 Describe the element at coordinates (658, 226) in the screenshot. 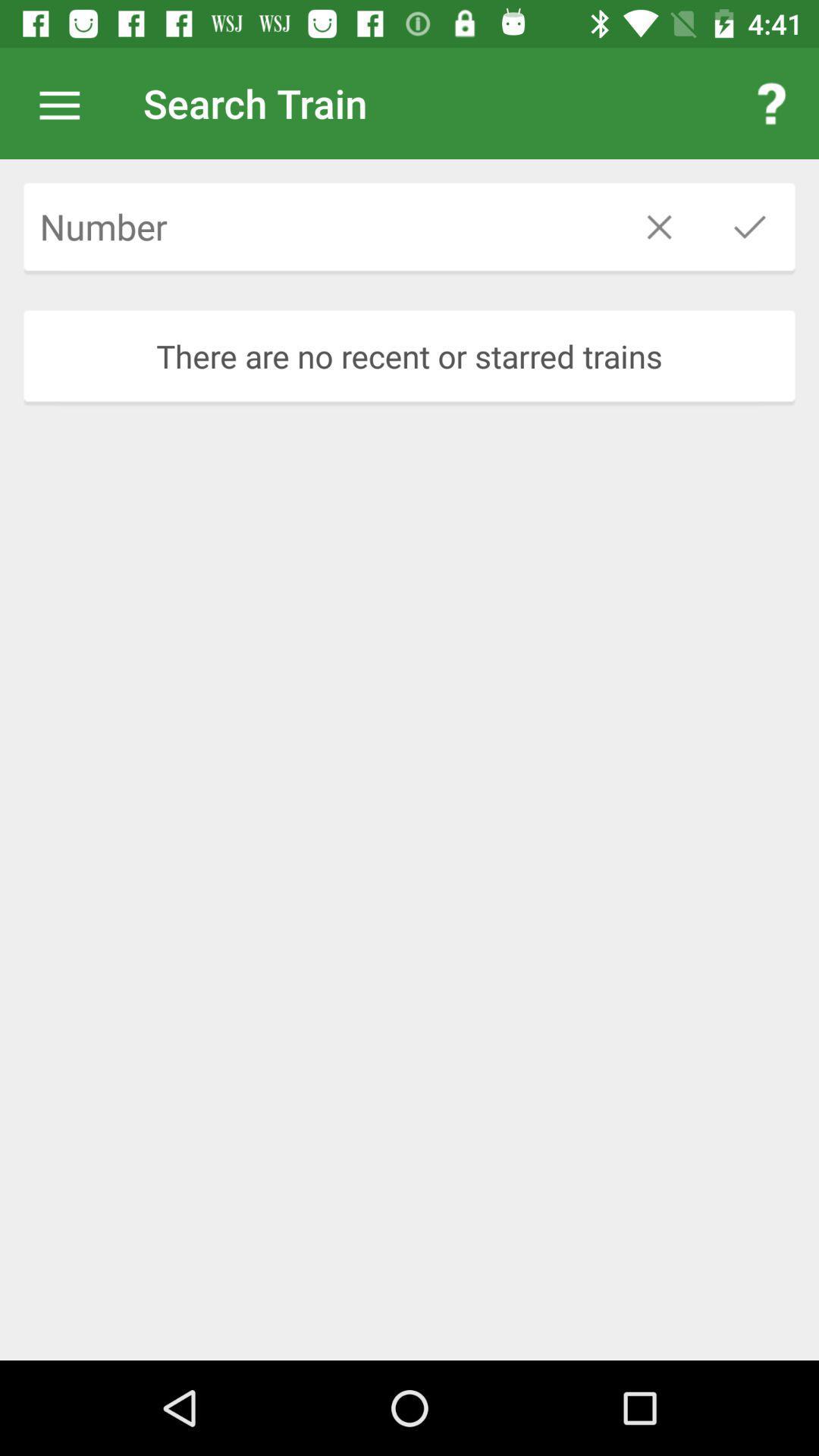

I see `the icon above the there are no` at that location.